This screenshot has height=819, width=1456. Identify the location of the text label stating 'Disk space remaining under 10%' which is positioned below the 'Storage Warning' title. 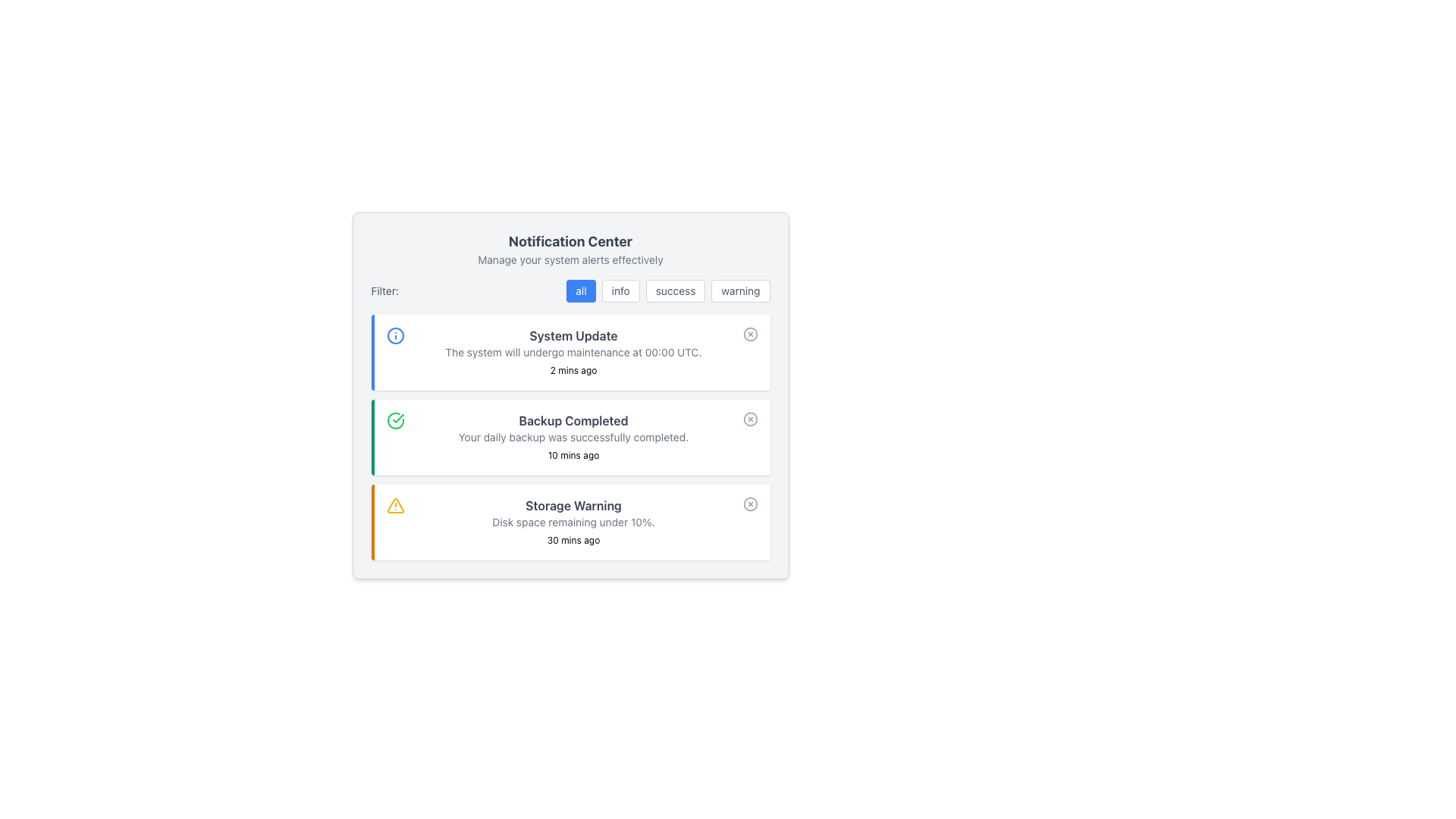
(573, 522).